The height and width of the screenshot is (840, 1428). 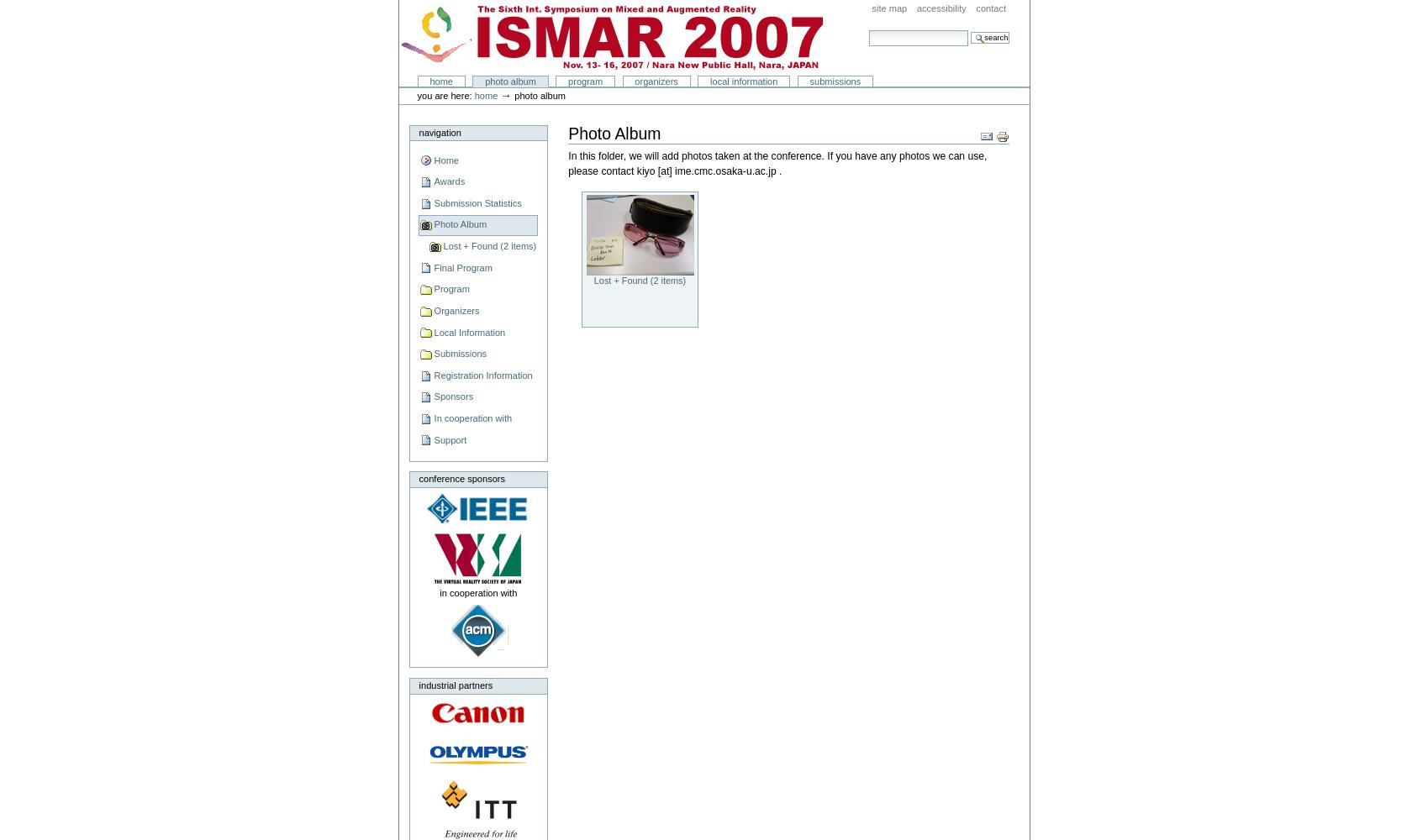 I want to click on 'Contact', so click(x=975, y=8).